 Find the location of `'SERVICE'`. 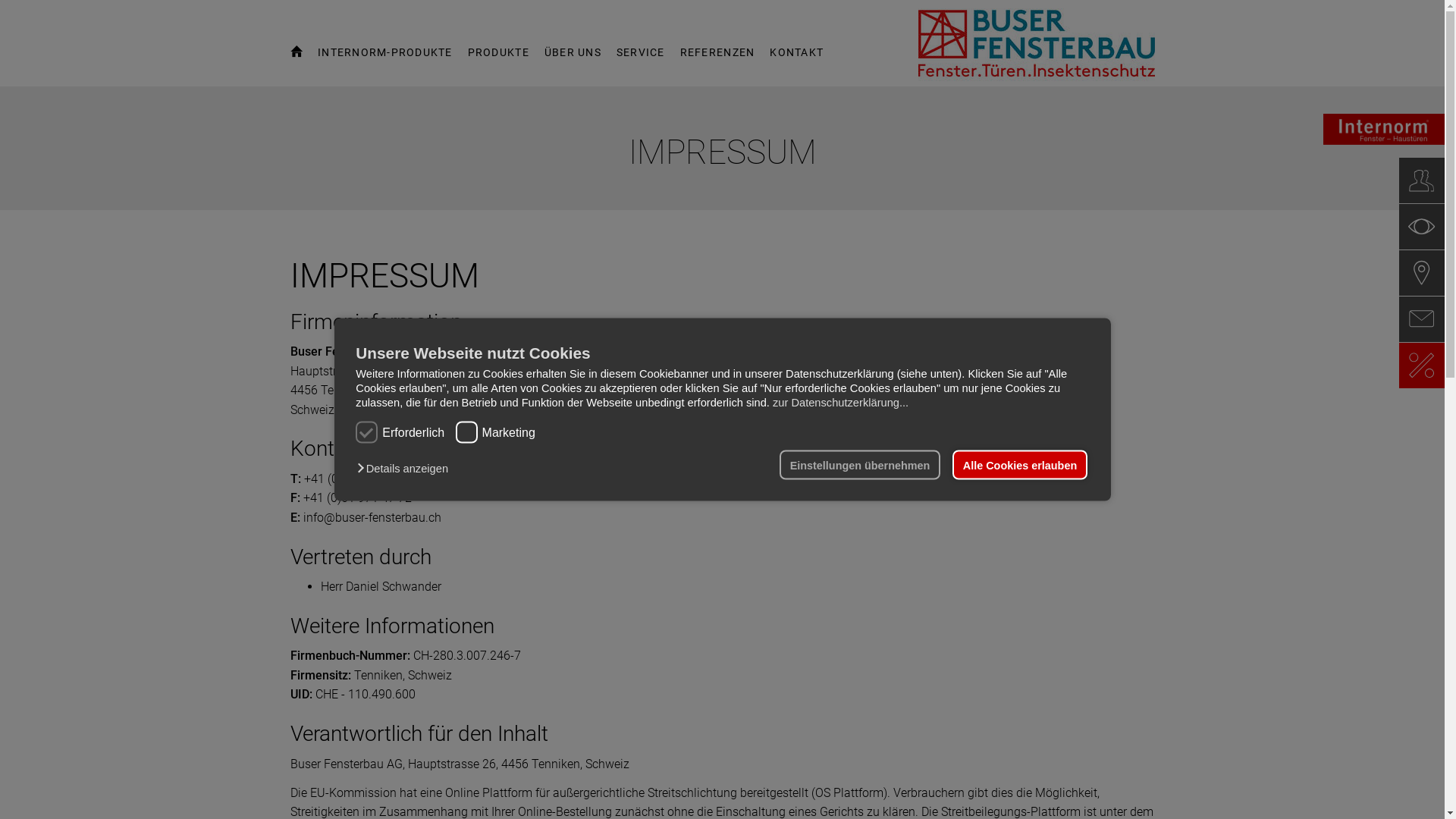

'SERVICE' is located at coordinates (640, 58).